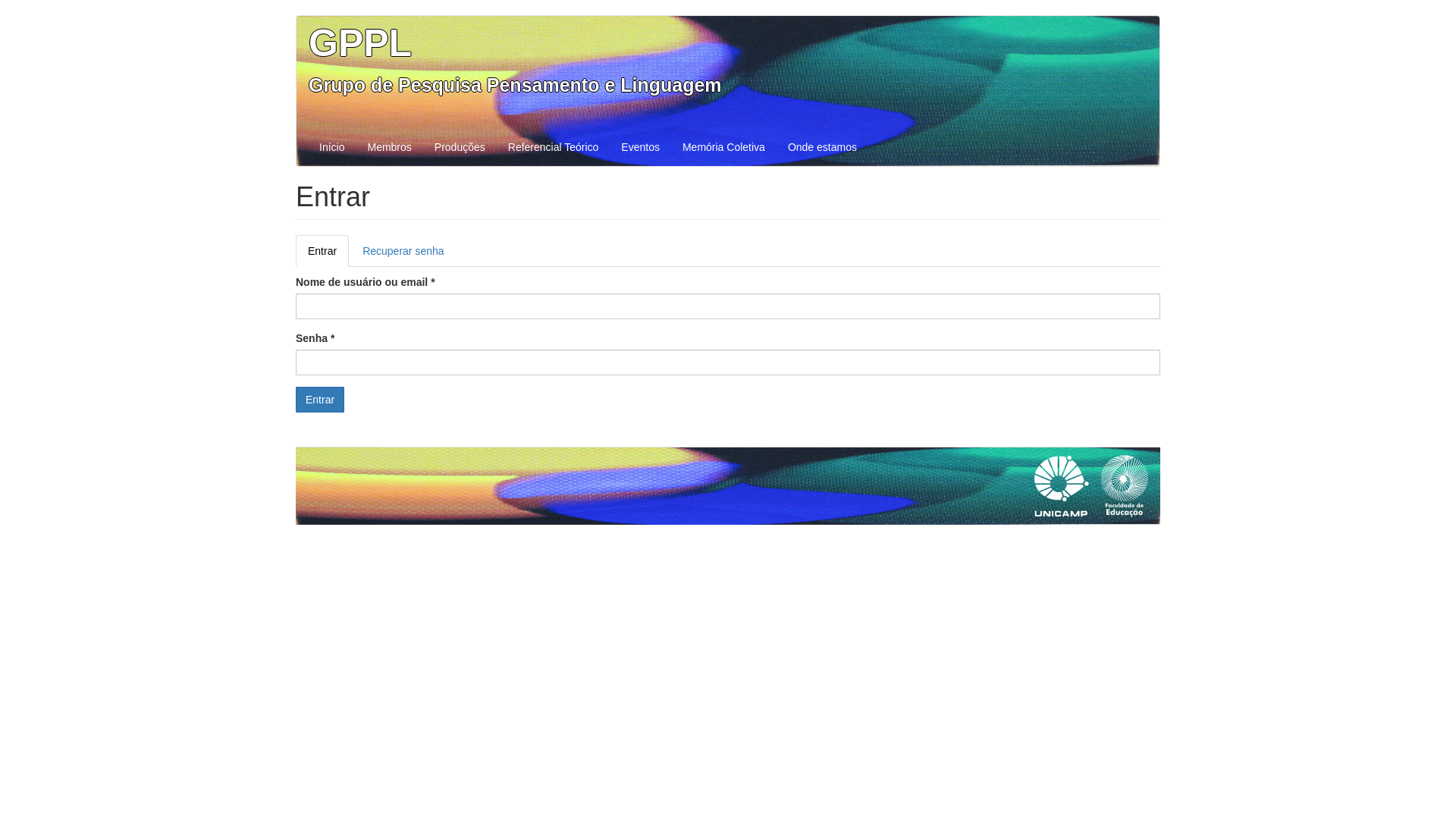 This screenshot has width=1456, height=819. I want to click on 'Entrar', so click(319, 399).